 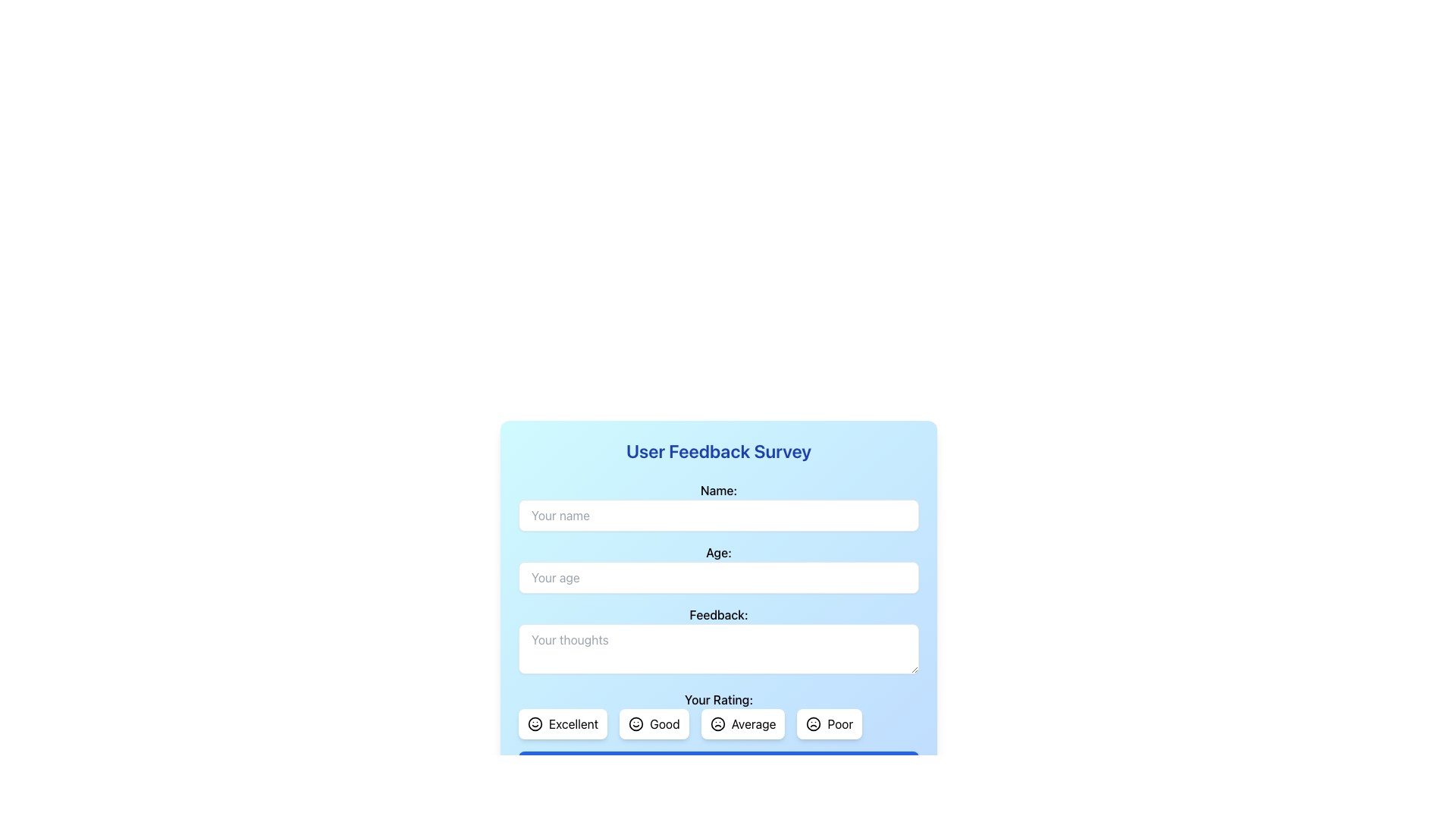 I want to click on the text heading labeled 'User Feedback Survey', which is centrally aligned and styled in a large, bold blue font within a cyan to blue gradient background, so click(x=718, y=450).